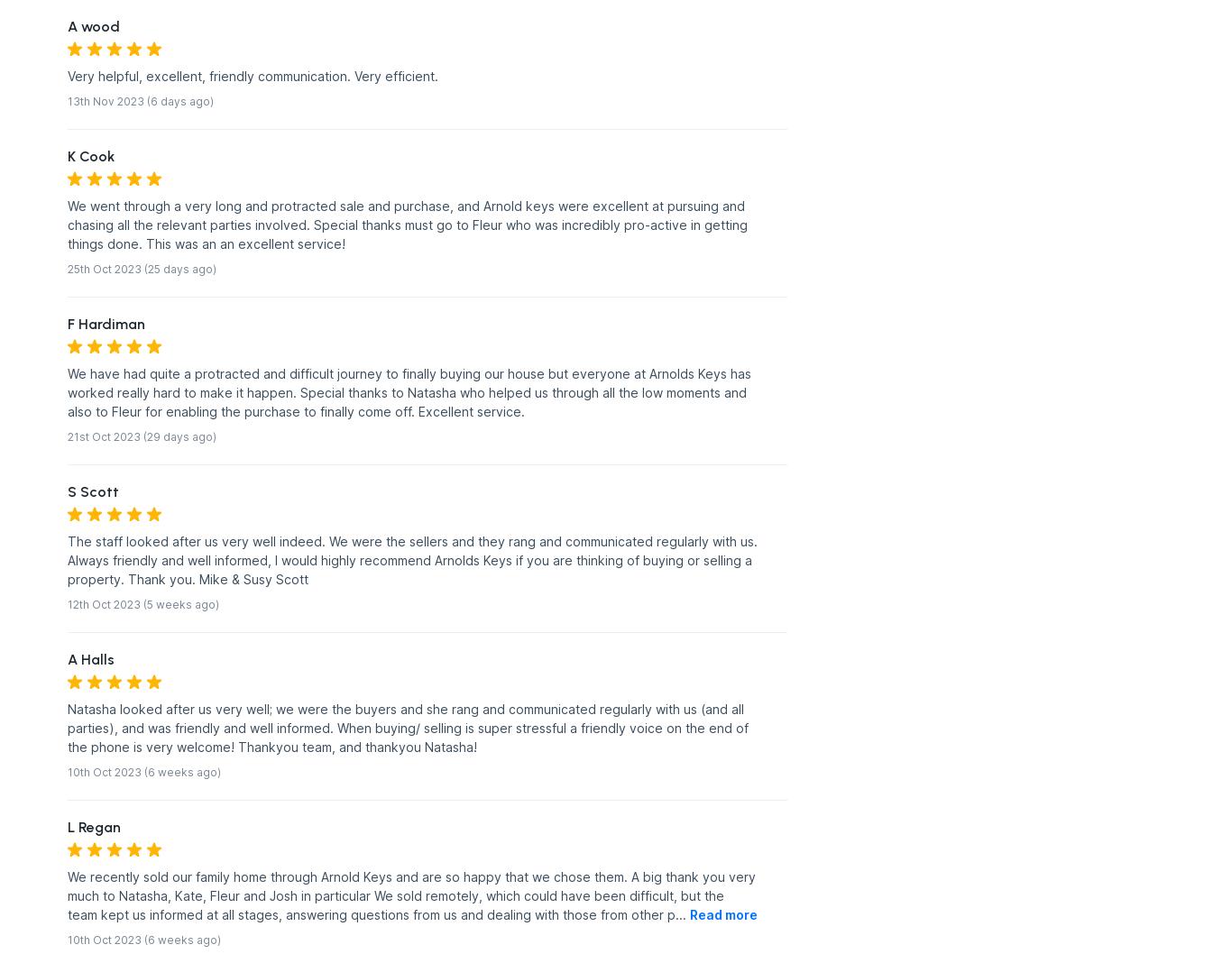 Image resolution: width=1232 pixels, height=963 pixels. I want to click on 'Always friendly and well informed, I would highly recommend Arnolds Keys if you are thinking of buying or selling a', so click(409, 559).